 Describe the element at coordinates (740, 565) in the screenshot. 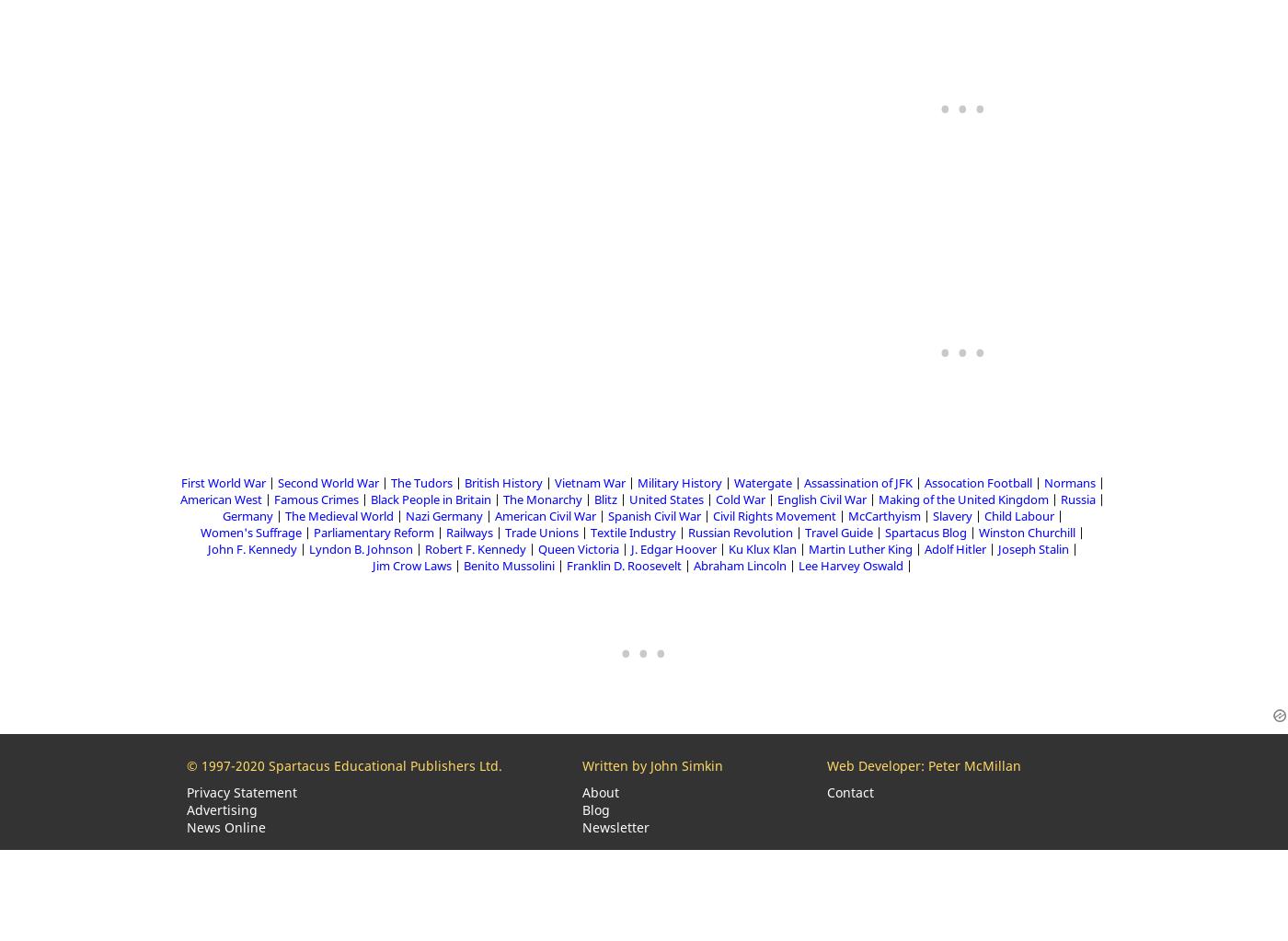

I see `'Abraham Lincoln'` at that location.